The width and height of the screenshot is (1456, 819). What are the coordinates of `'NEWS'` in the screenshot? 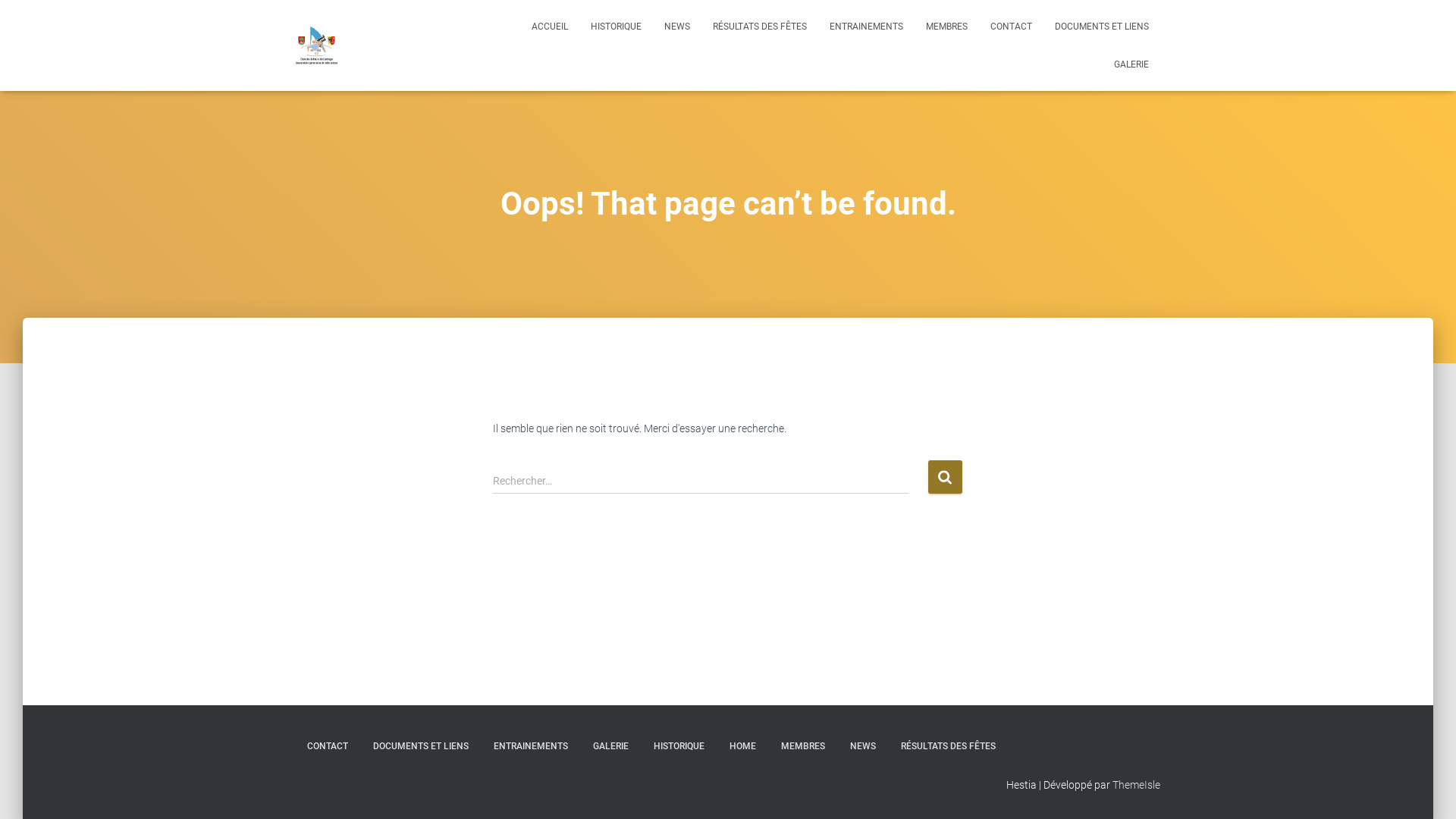 It's located at (862, 745).